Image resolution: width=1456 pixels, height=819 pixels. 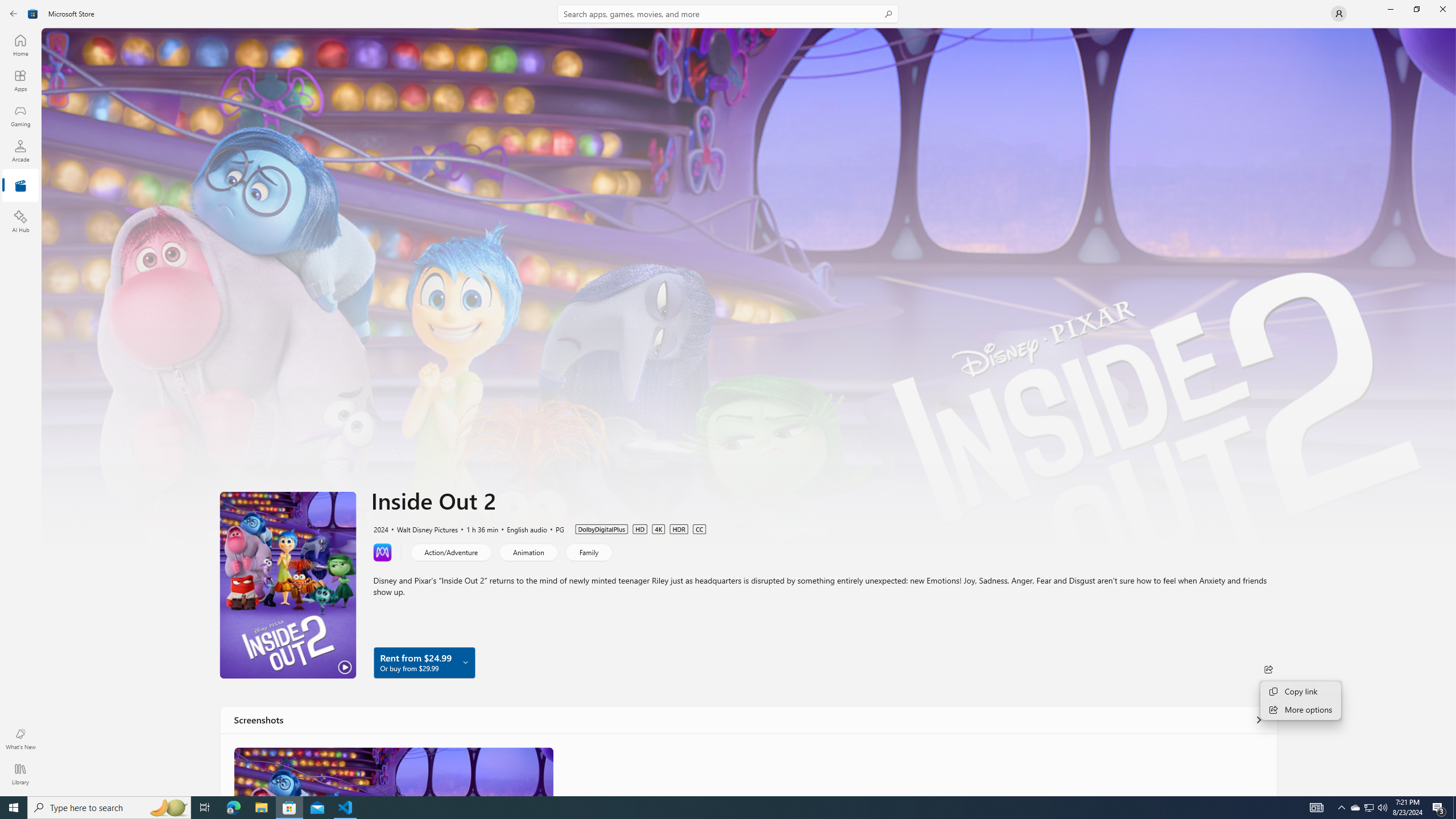 I want to click on 'Entertainment', so click(x=19, y=185).